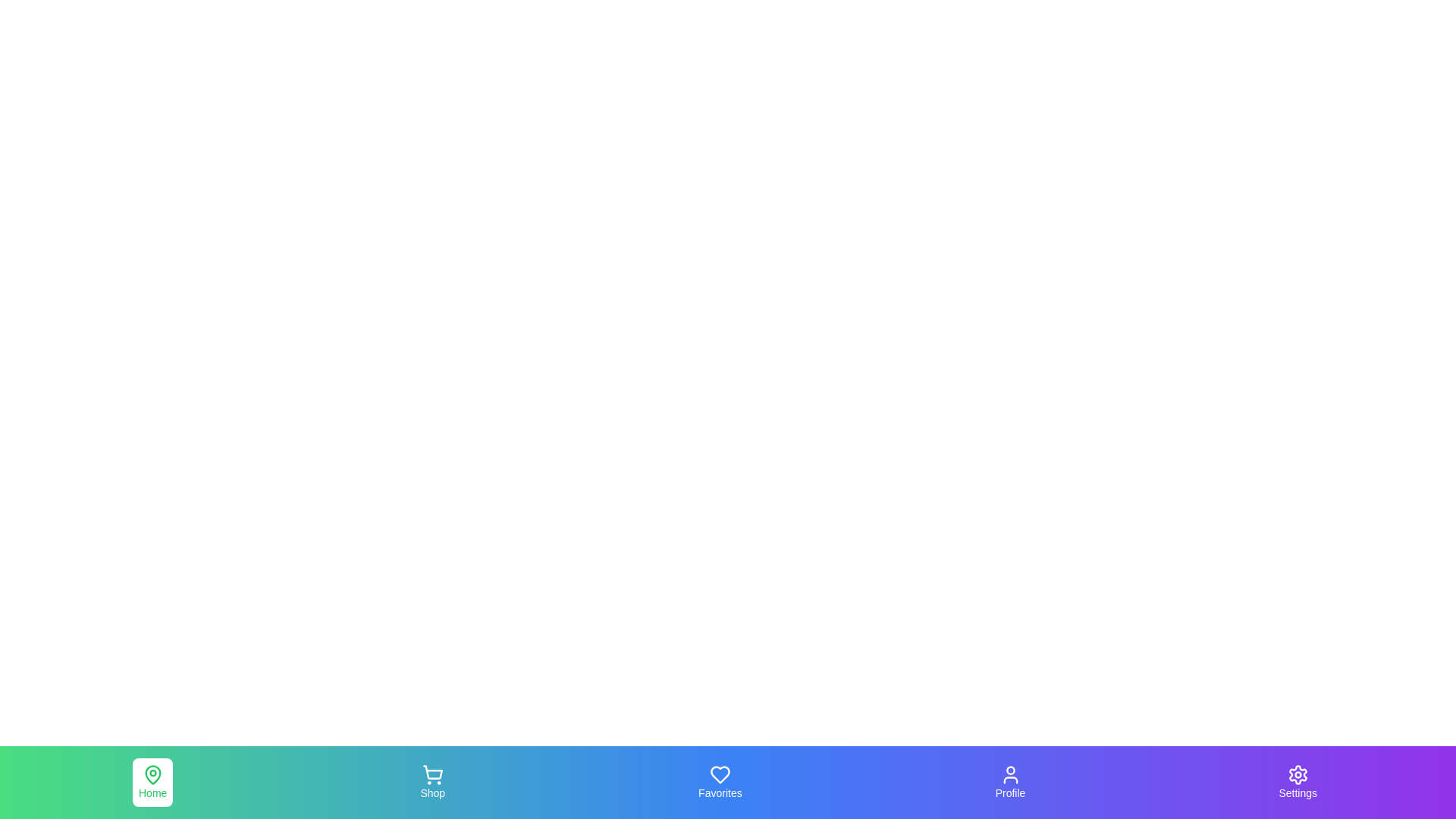 This screenshot has width=1456, height=819. I want to click on the navigation tab labeled Home, so click(152, 783).